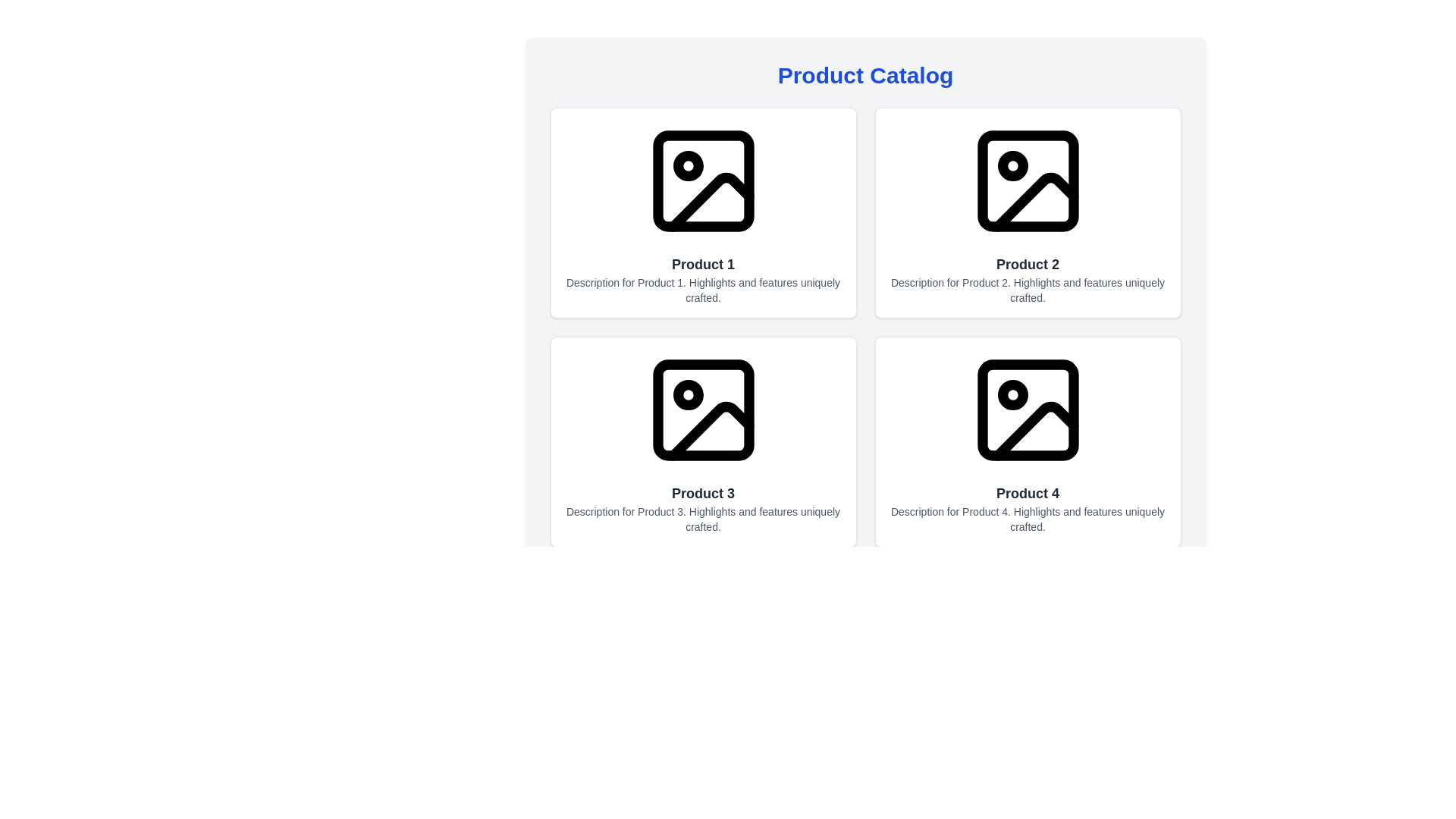  What do you see at coordinates (1028, 180) in the screenshot?
I see `the image placeholder icon located at the topmost section of the 'Product 2' card, which is represented by a minimalistic design with a rectangular outline, a circular dot, and a triangular shape` at bounding box center [1028, 180].